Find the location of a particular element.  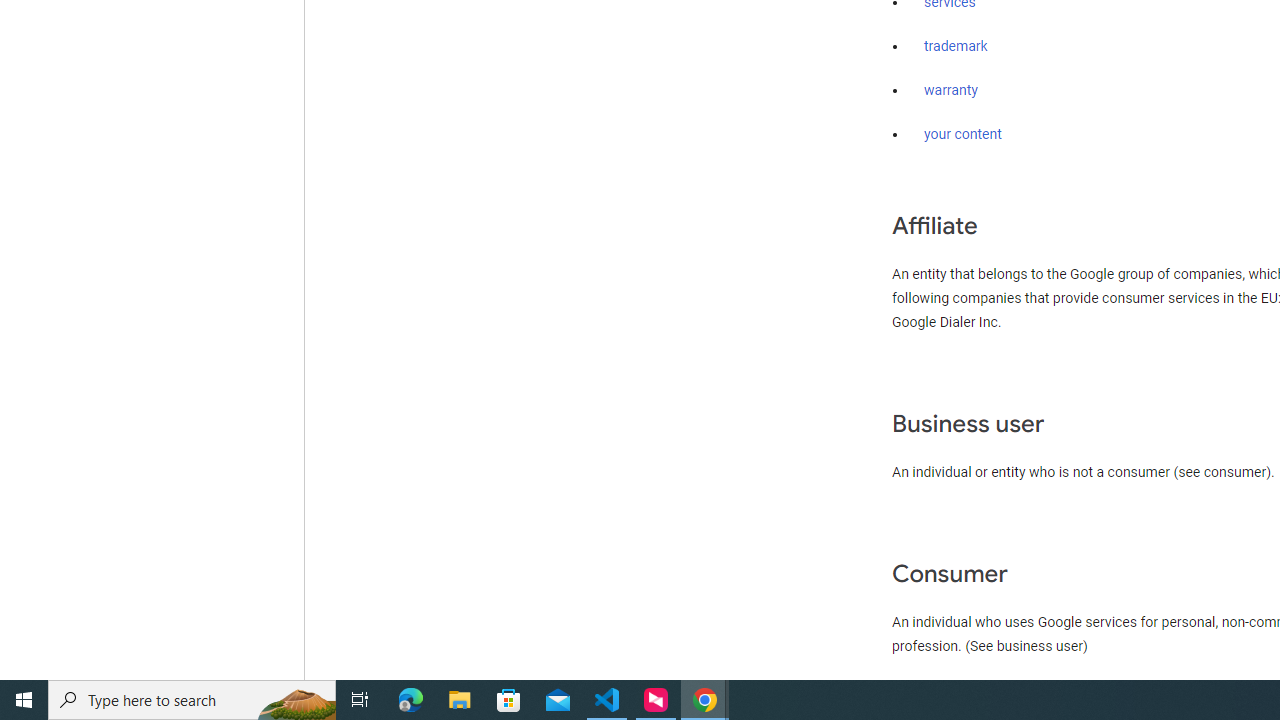

'your content' is located at coordinates (963, 135).